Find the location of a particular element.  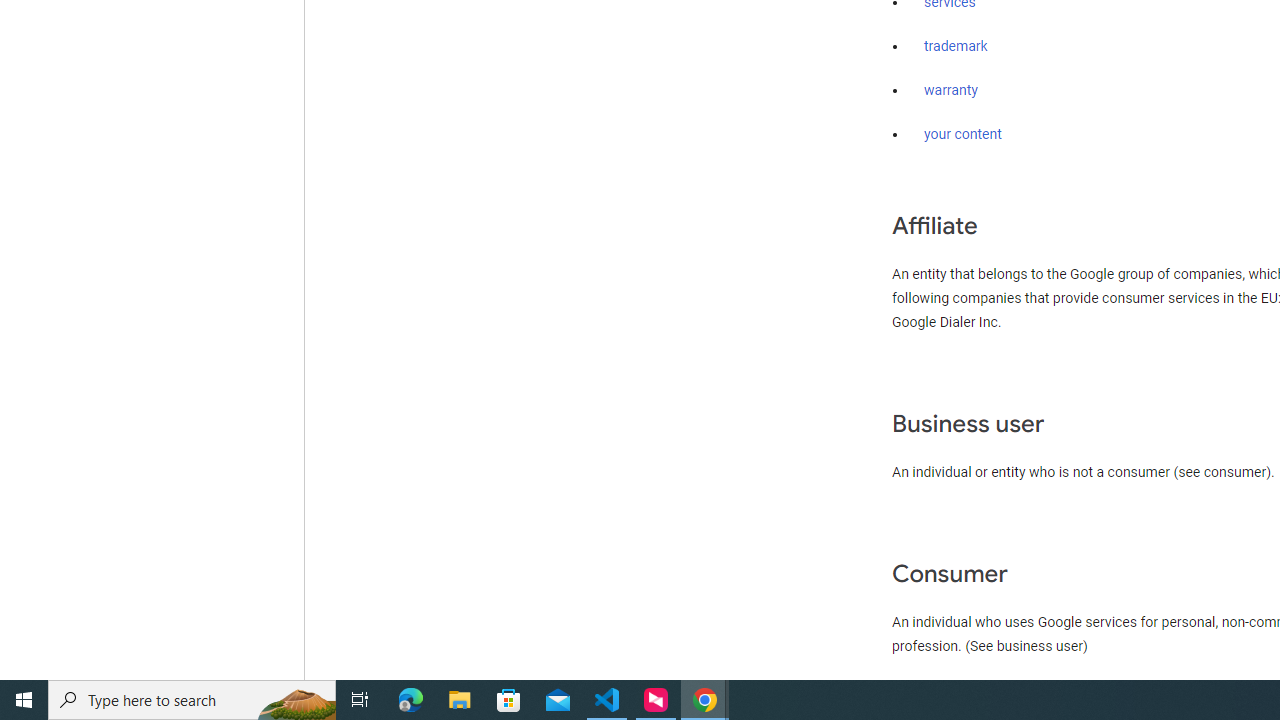

'your content' is located at coordinates (963, 135).